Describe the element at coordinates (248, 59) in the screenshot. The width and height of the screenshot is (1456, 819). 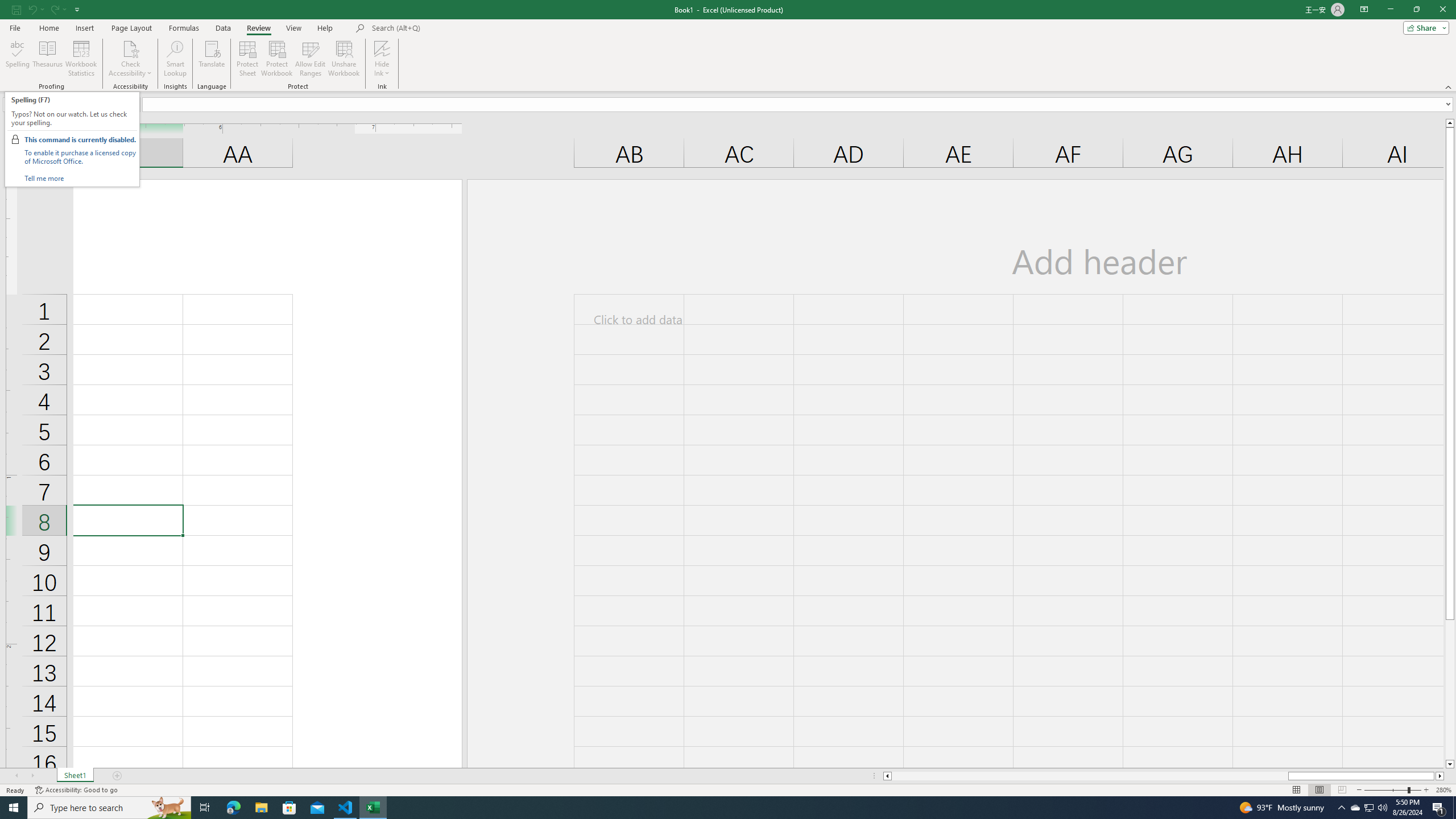
I see `'Protect Sheet...'` at that location.